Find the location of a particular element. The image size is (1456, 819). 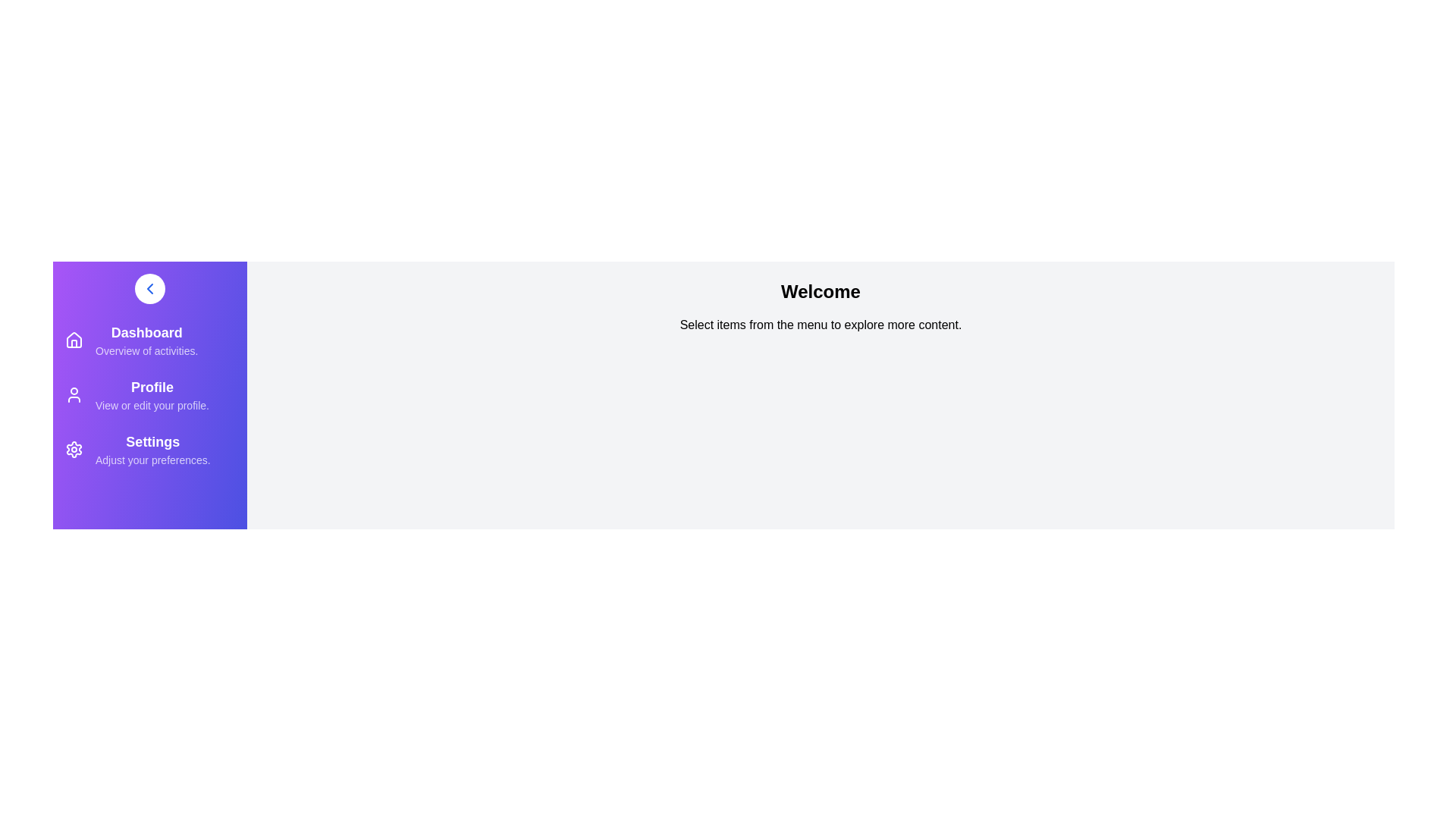

the menu item Profile to view its hover effects is located at coordinates (73, 394).